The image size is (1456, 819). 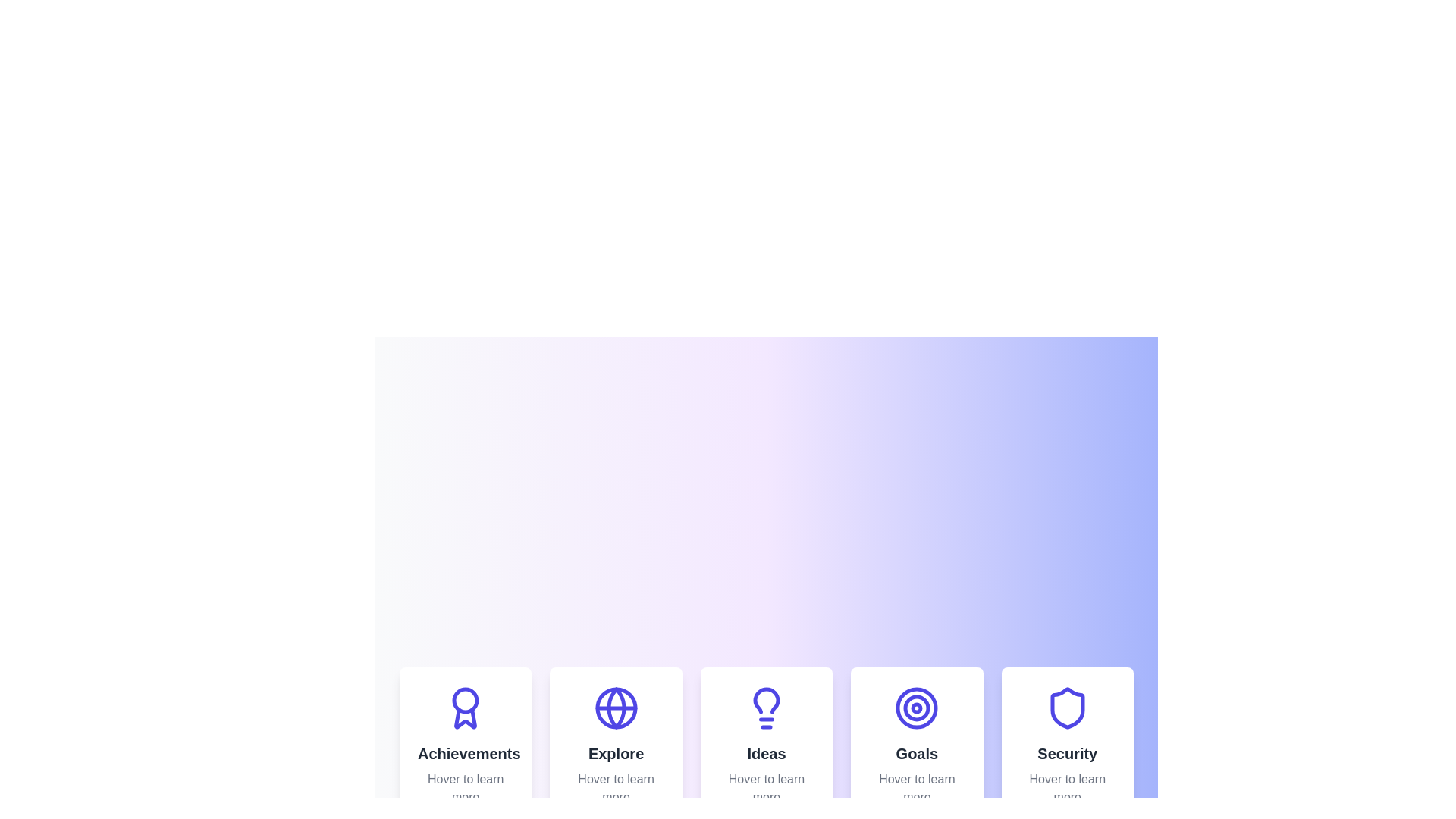 I want to click on the Icon that represents ideas or innovation, located in the card titled 'Ideas', positioned in the upper center of the card, so click(x=767, y=708).